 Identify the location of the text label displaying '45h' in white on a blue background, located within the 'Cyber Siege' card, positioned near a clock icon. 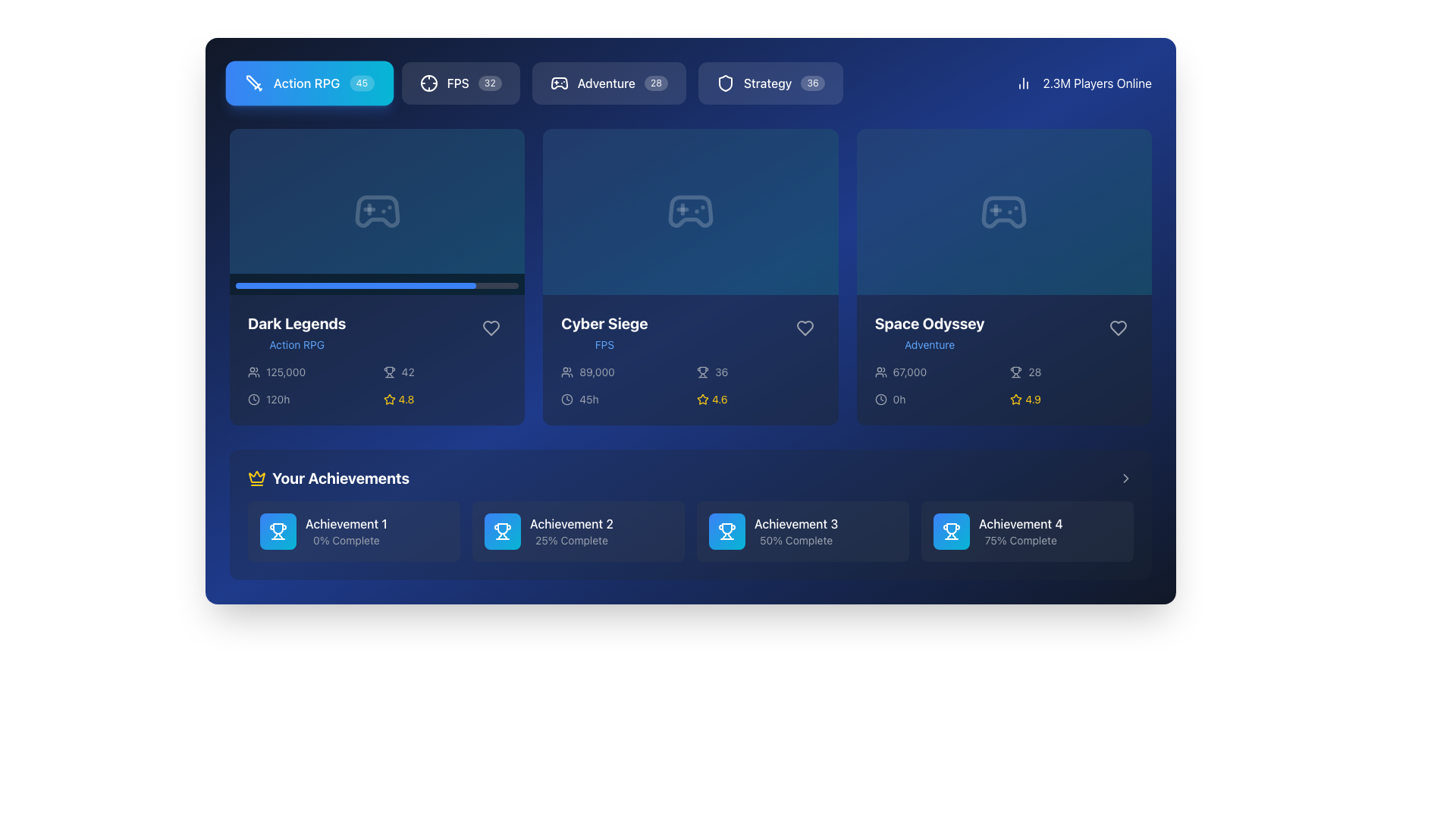
(588, 398).